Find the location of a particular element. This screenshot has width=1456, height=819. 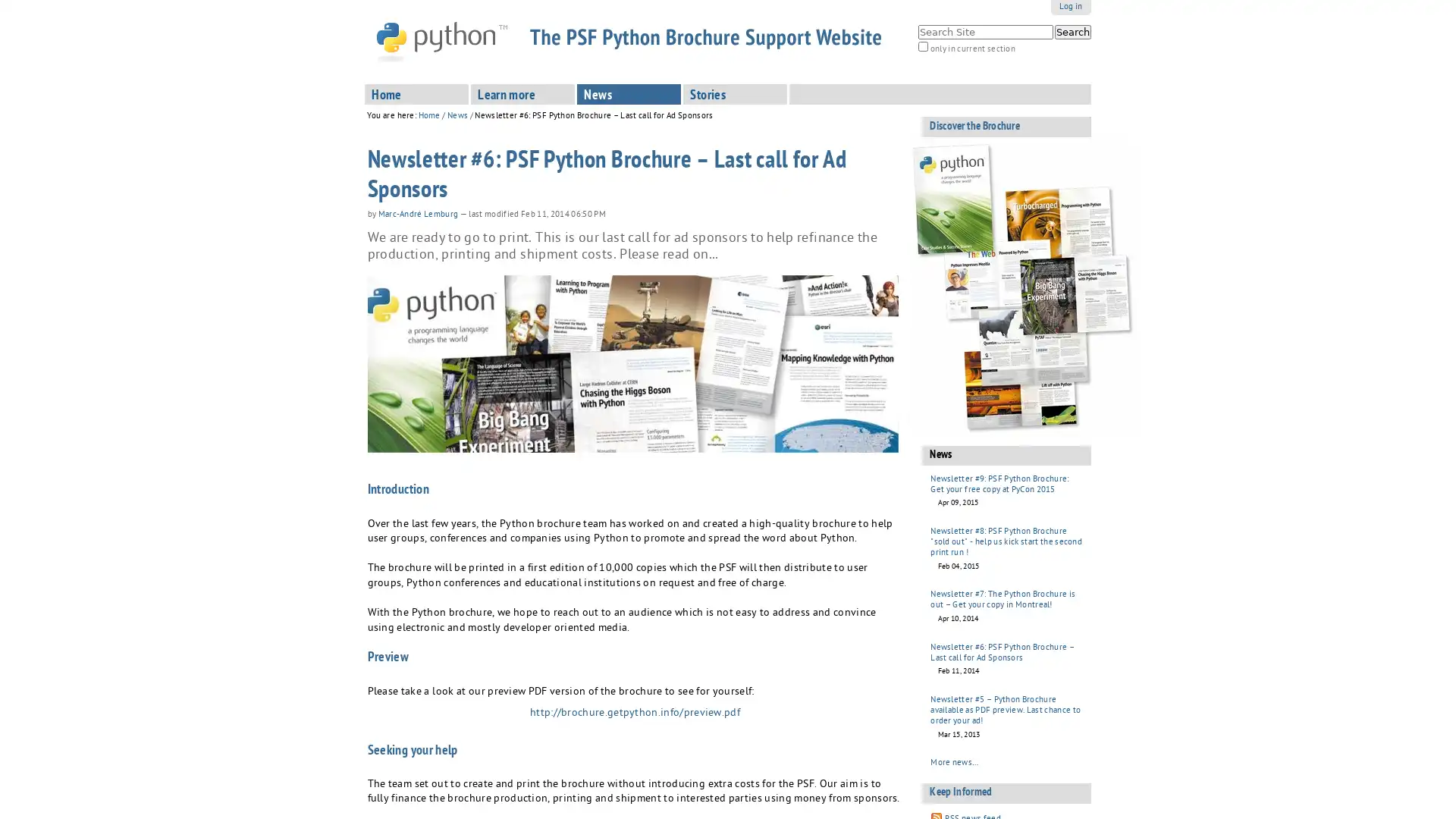

Search is located at coordinates (1072, 32).